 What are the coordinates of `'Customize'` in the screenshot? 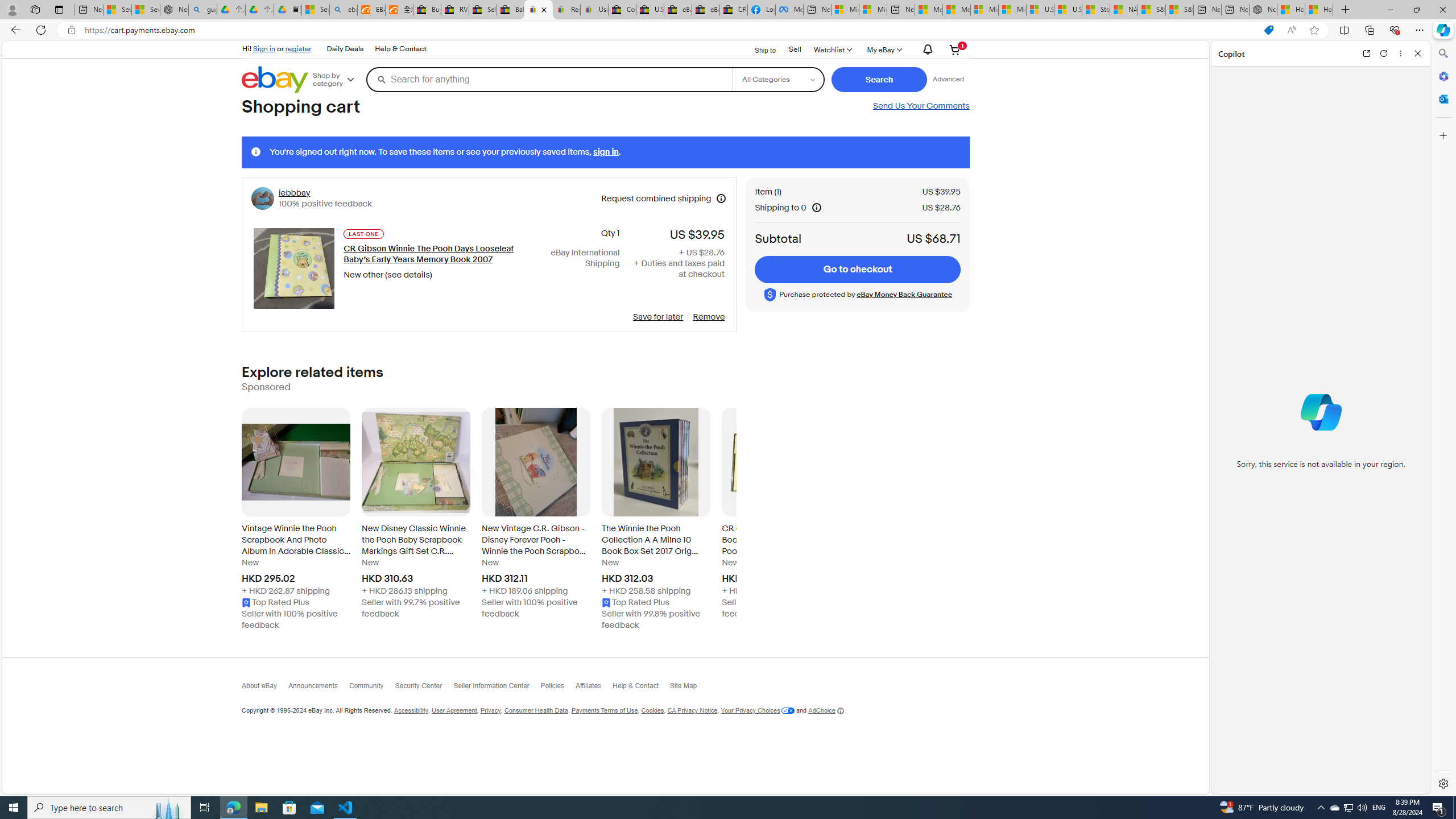 It's located at (1442, 135).